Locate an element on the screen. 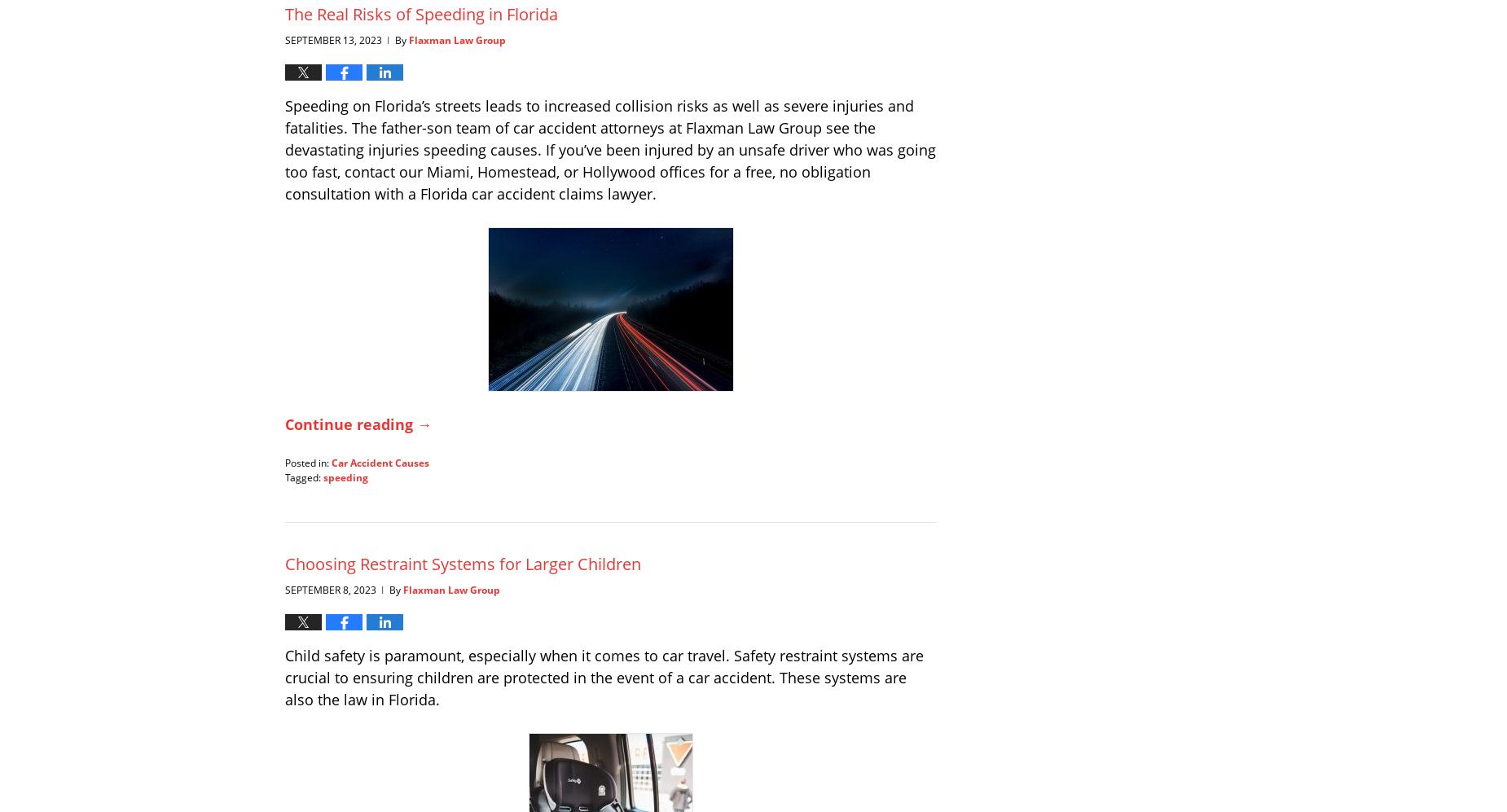 Image resolution: width=1507 pixels, height=812 pixels. 'speeding' is located at coordinates (345, 476).